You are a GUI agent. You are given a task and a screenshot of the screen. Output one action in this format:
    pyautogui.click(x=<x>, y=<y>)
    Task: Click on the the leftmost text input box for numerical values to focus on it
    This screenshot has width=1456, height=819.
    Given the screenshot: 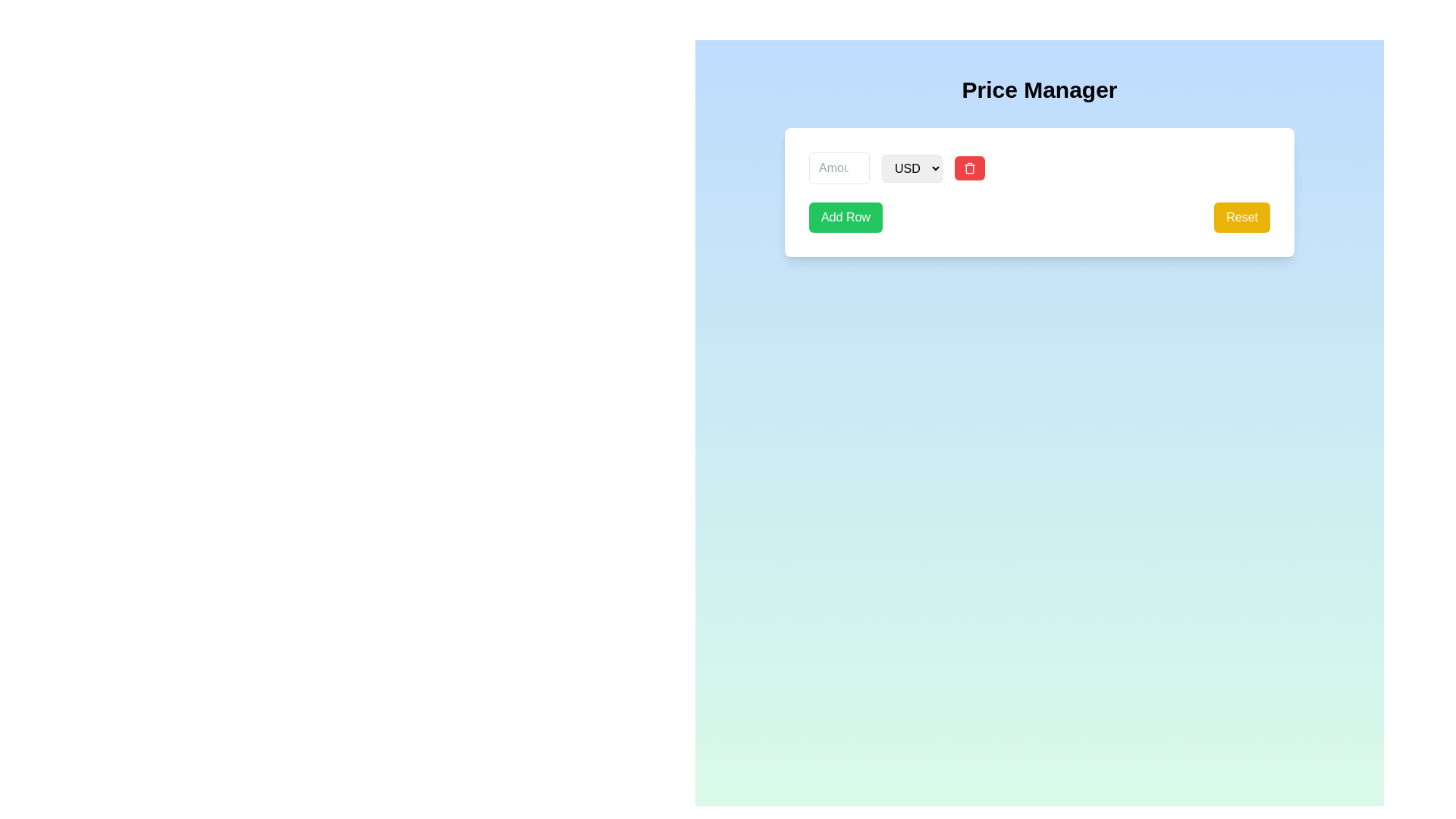 What is the action you would take?
    pyautogui.click(x=839, y=168)
    